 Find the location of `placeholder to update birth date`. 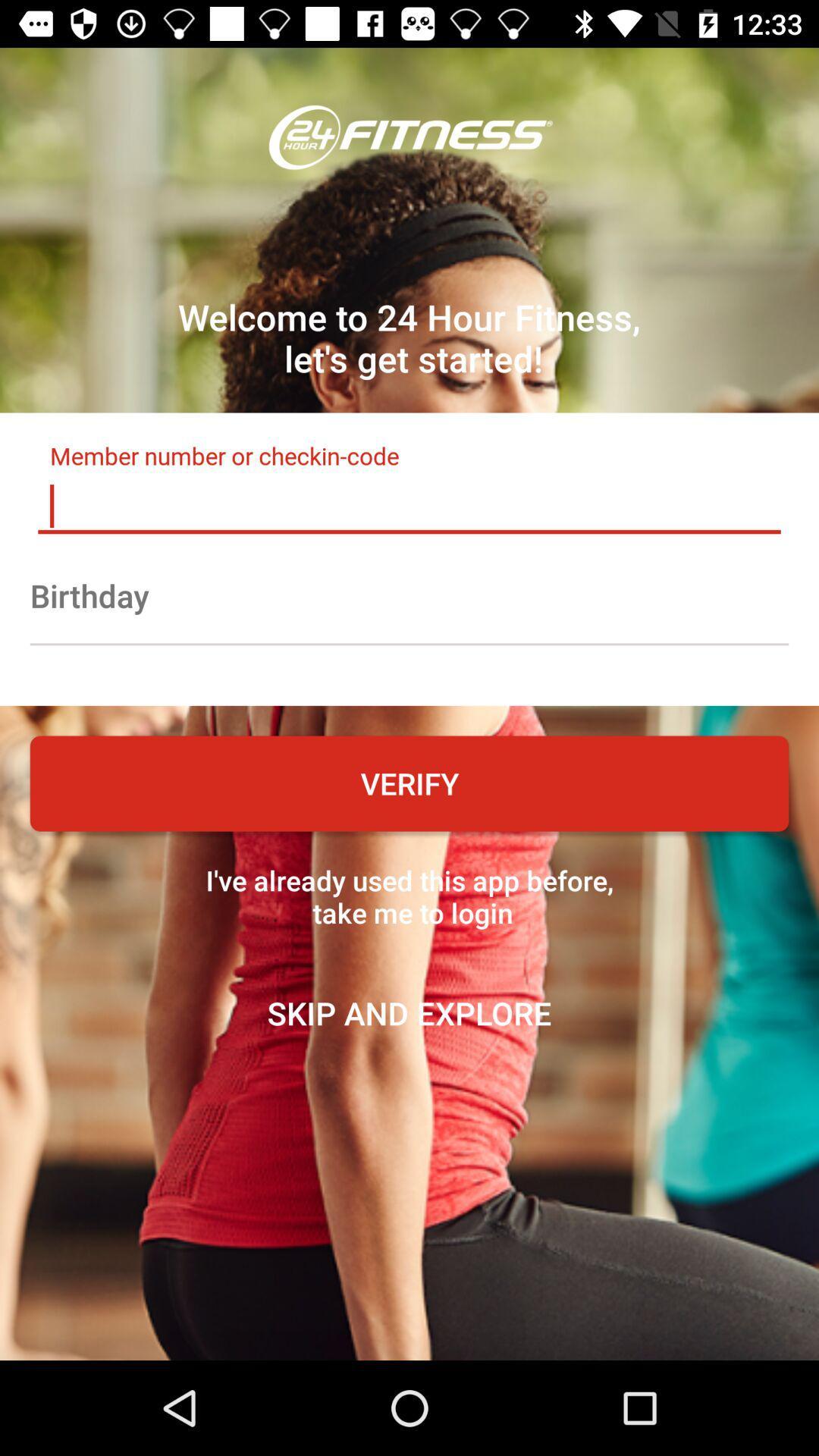

placeholder to update birth date is located at coordinates (409, 595).